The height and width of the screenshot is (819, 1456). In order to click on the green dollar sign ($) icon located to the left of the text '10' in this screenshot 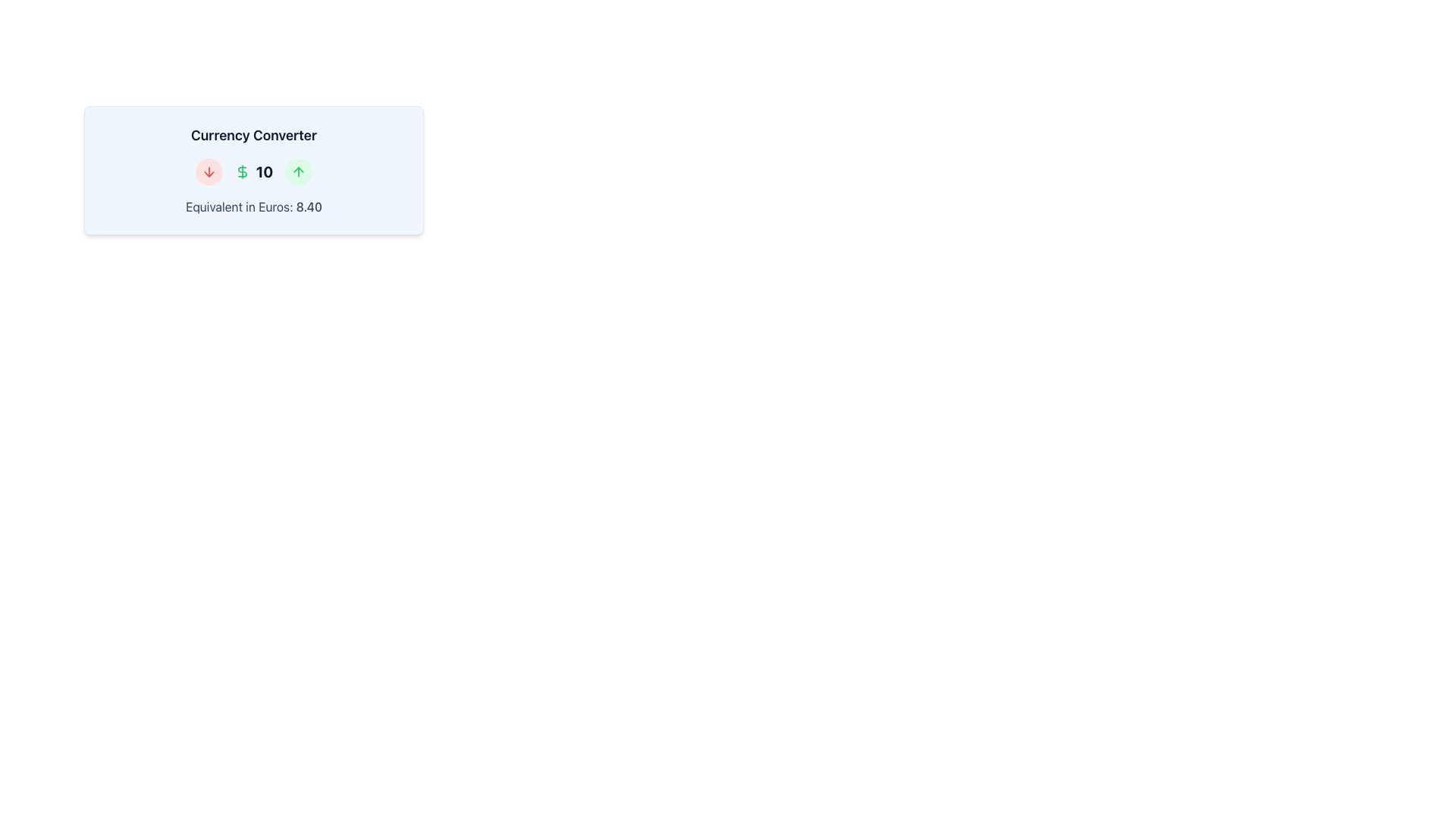, I will do `click(241, 171)`.